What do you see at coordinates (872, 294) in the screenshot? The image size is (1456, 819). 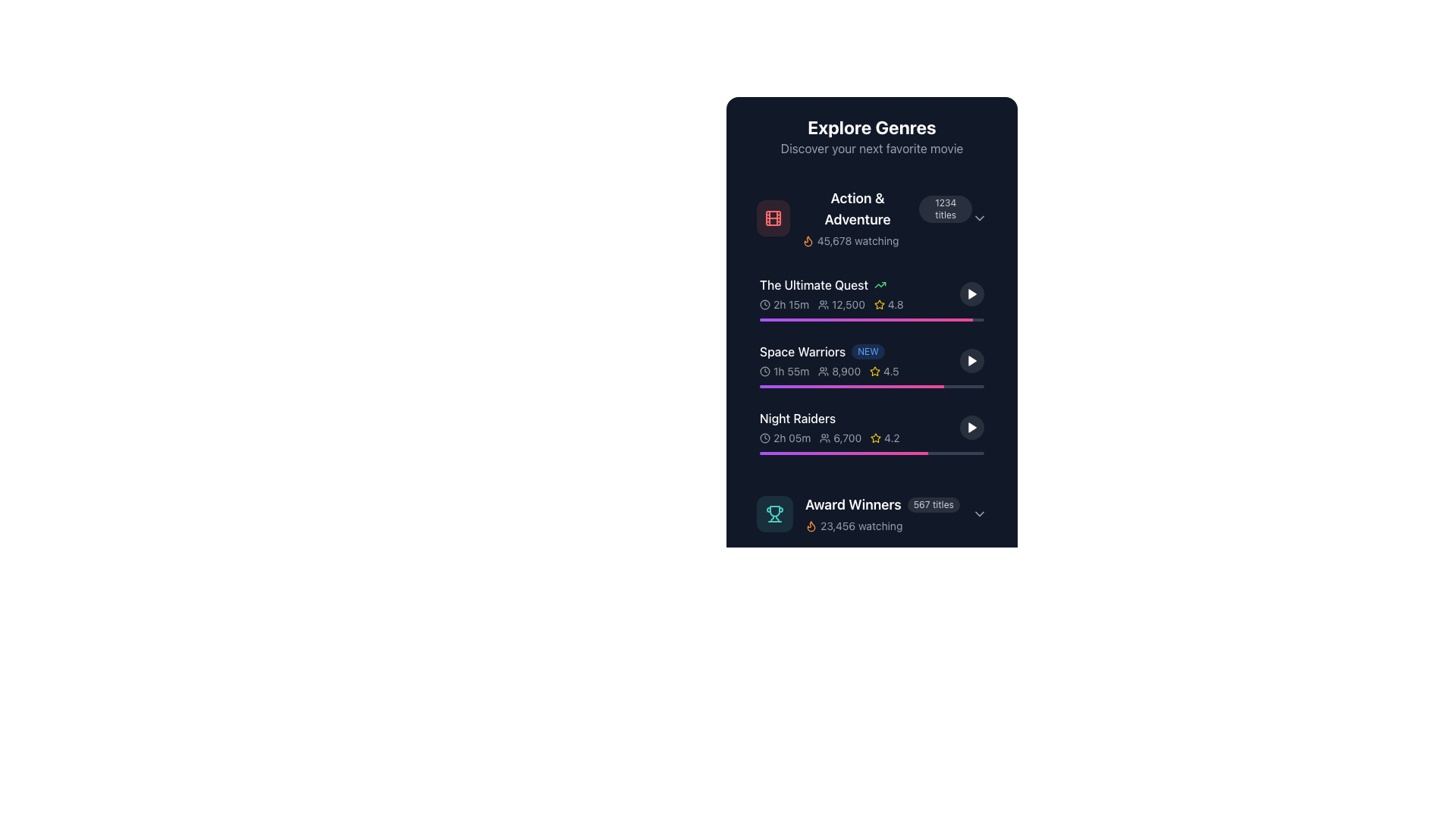 I see `the Information card displaying details about 'The Ultimate Quest', which includes a trending indicator and statistics like viewing time, viewers, and rating, located under the 'Action & Adventure' genre as the first item in the list` at bounding box center [872, 294].